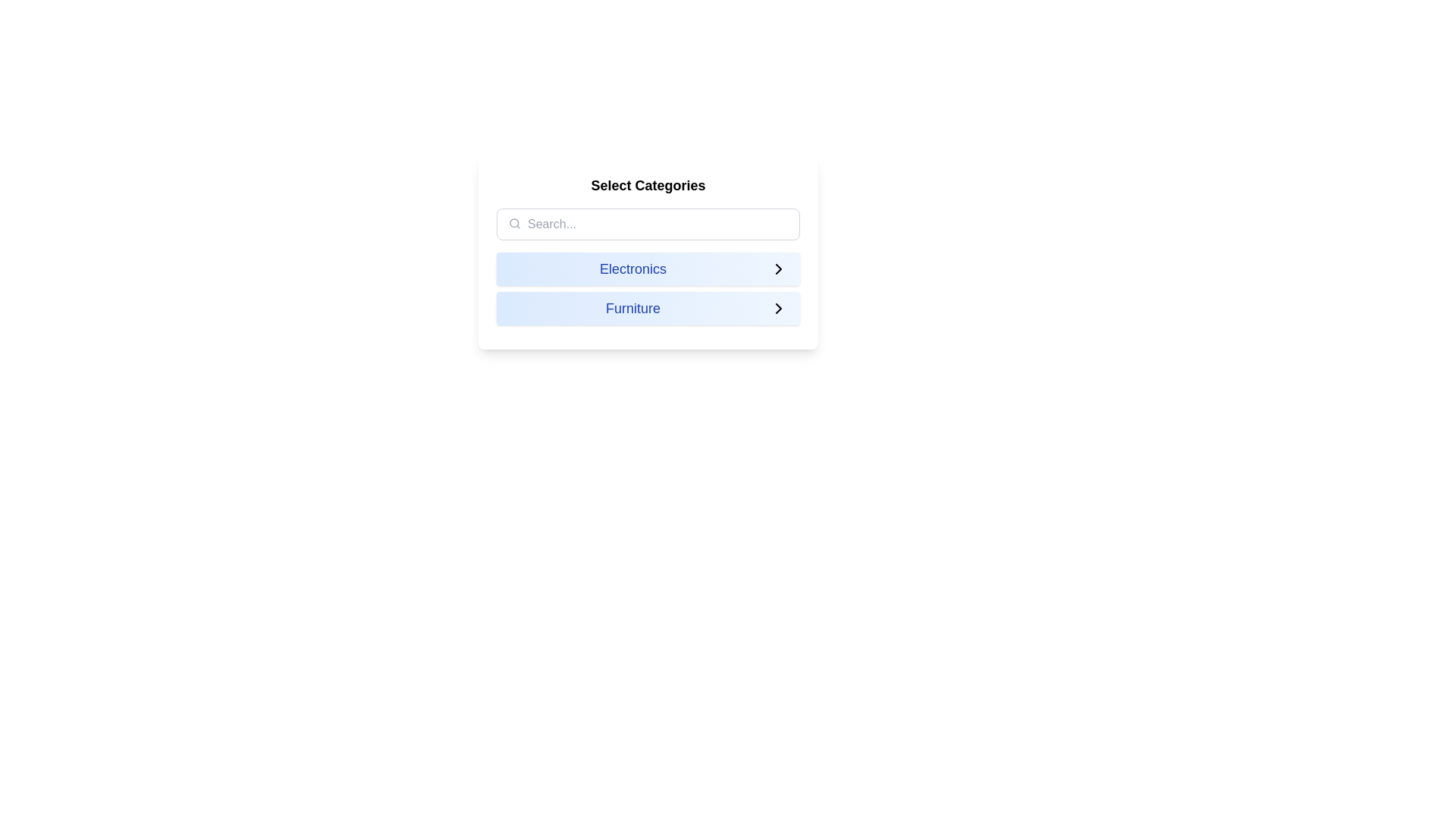  Describe the element at coordinates (779, 268) in the screenshot. I see `the rightward chevron icon located at the far-right of the 'Electronics' row` at that location.